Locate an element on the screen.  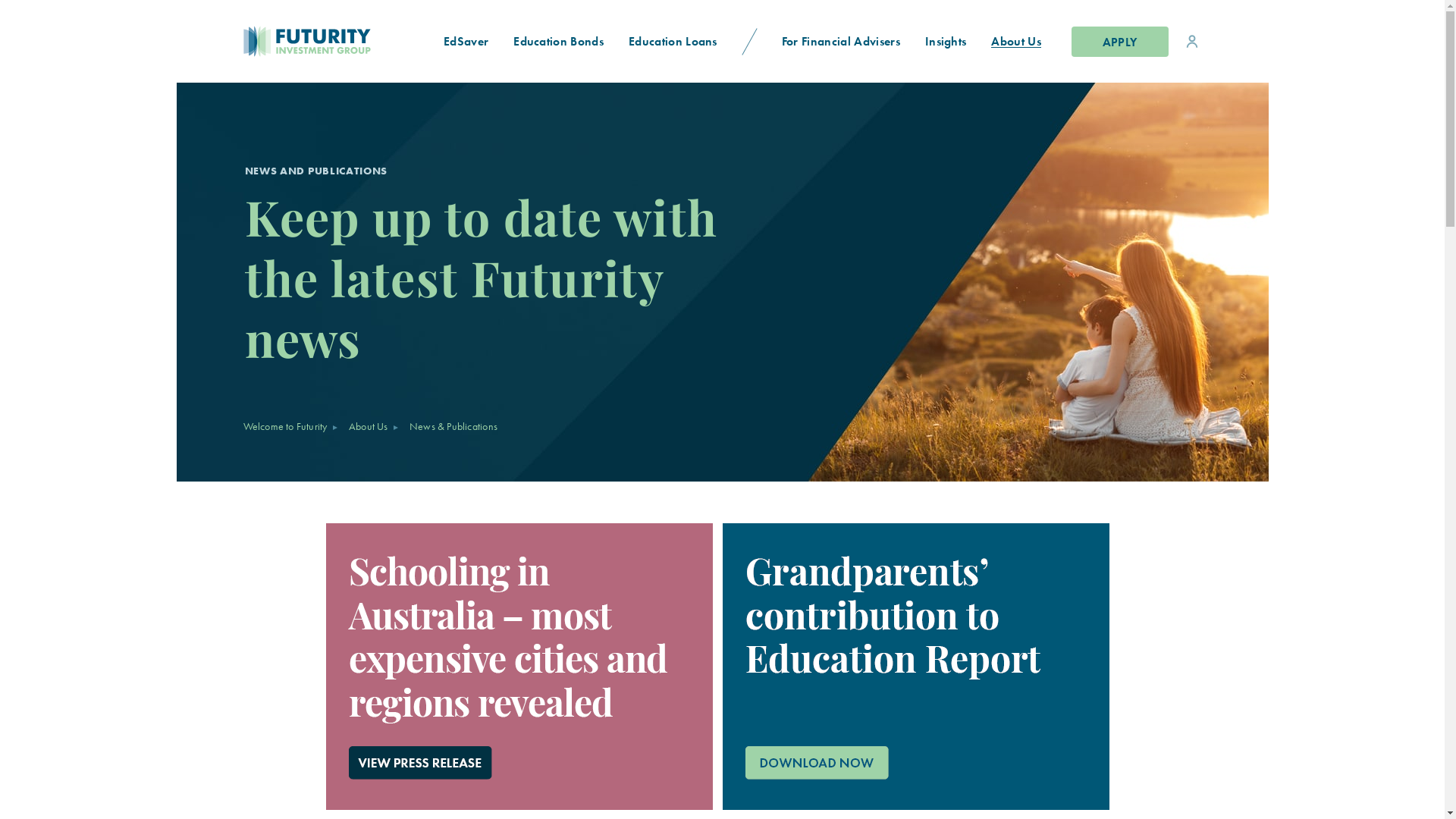
'Welcome to Futurity' is located at coordinates (284, 426).